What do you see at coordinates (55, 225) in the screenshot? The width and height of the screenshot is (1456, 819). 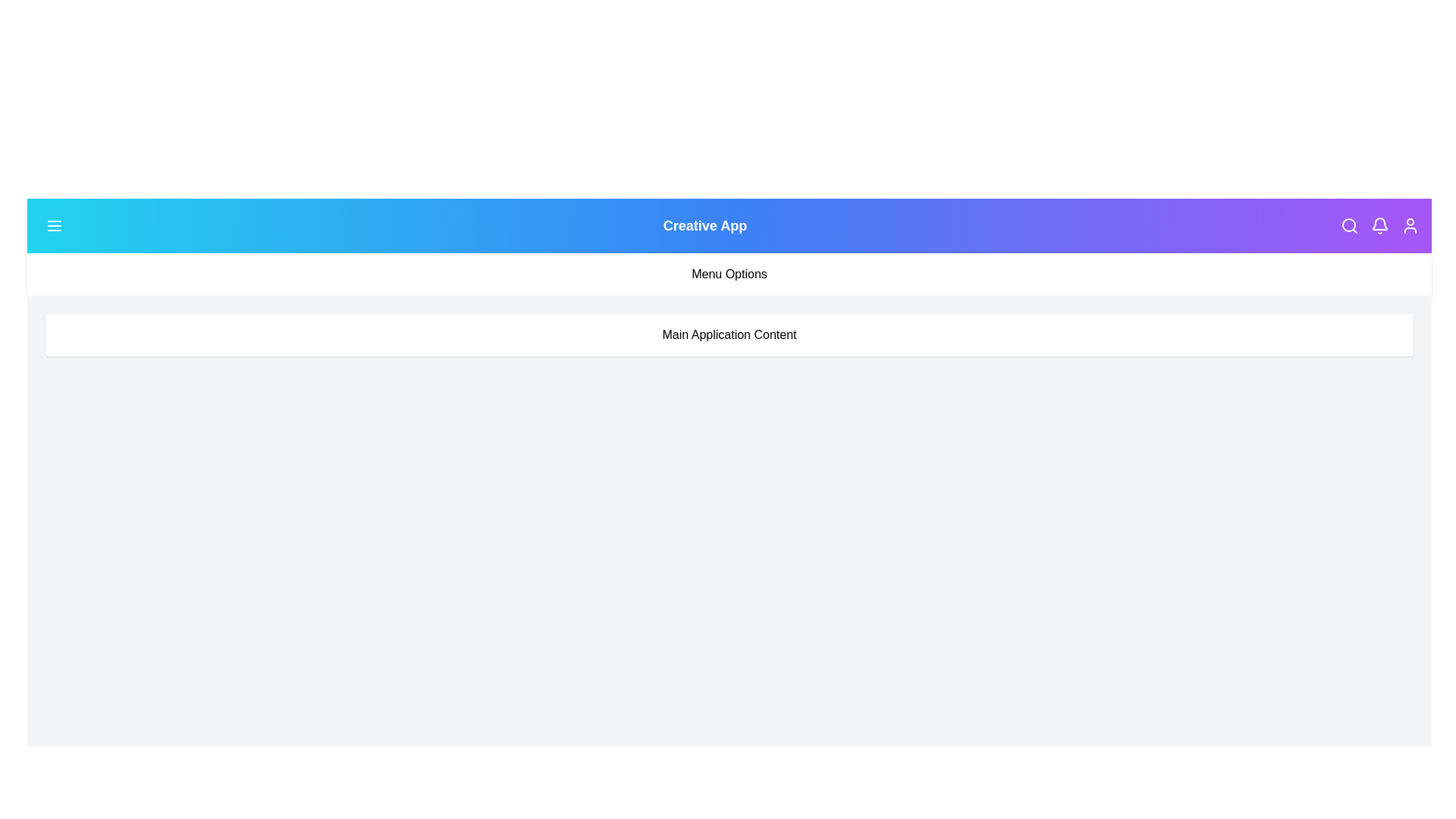 I see `the menu button to toggle the visibility of the menu` at bounding box center [55, 225].